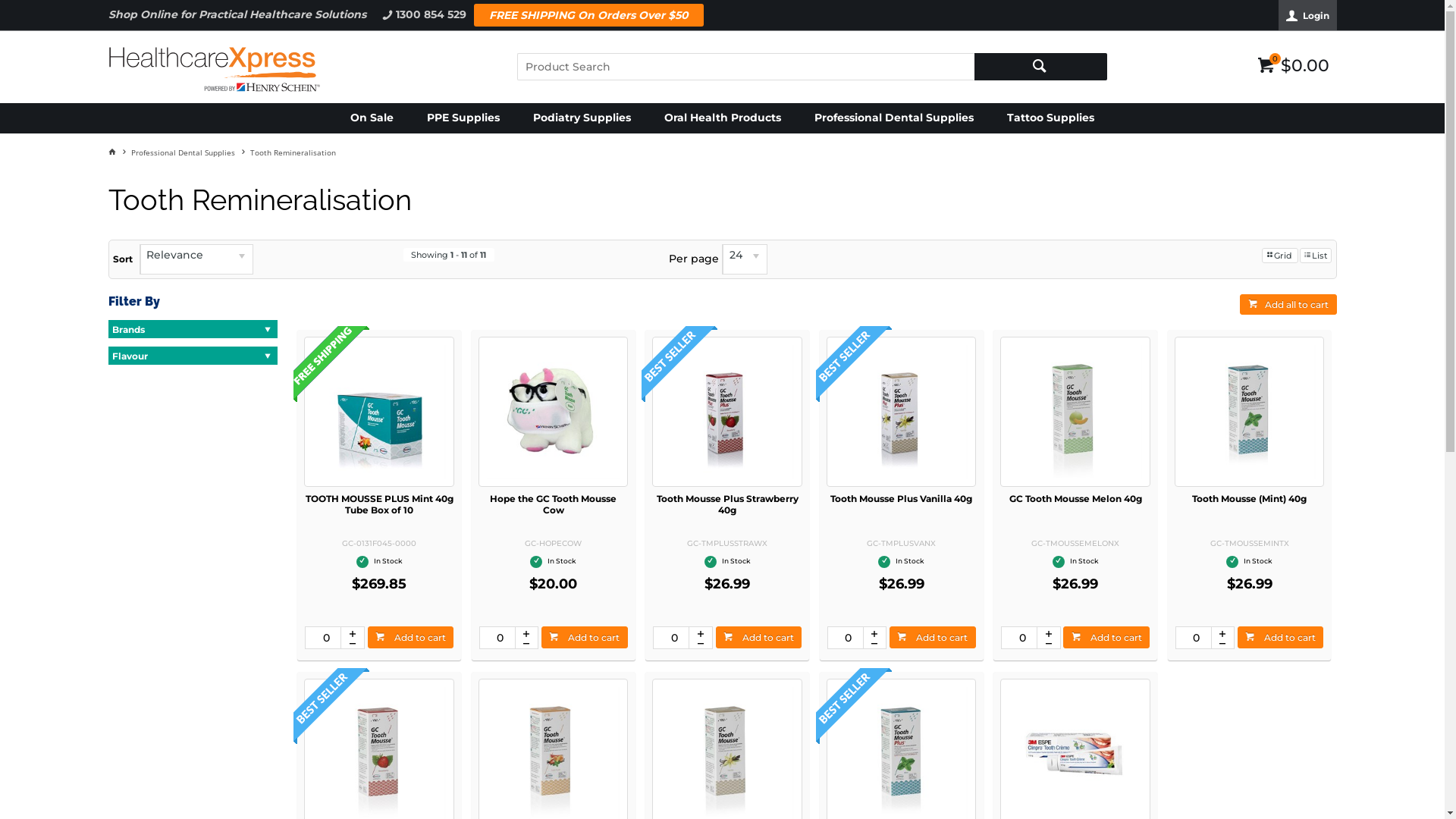 The width and height of the screenshot is (1456, 819). Describe the element at coordinates (1277, 14) in the screenshot. I see `'Login'` at that location.